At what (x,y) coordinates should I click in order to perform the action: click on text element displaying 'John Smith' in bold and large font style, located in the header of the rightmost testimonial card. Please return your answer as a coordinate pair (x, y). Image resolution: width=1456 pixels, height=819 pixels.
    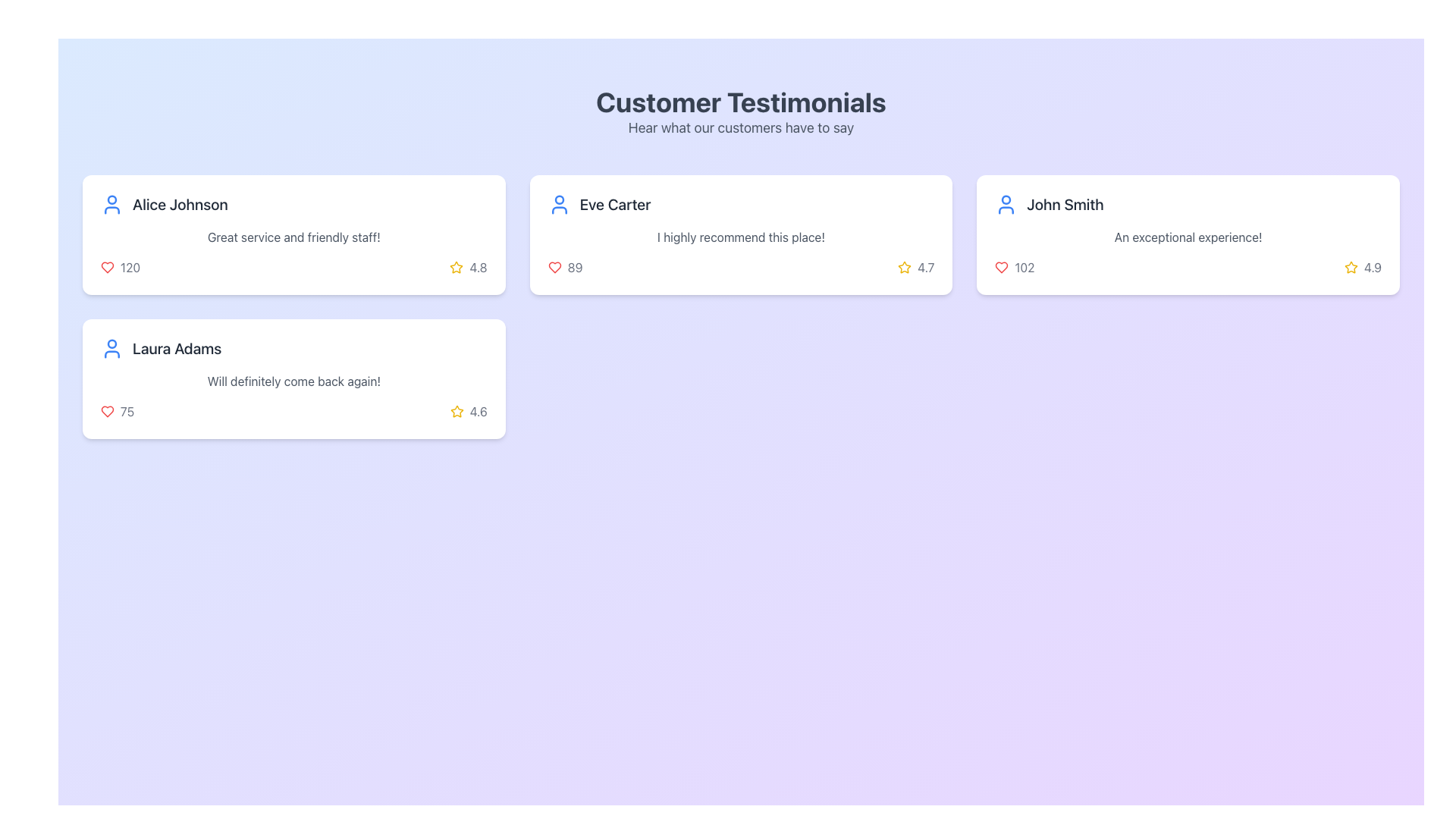
    Looking at the image, I should click on (1065, 205).